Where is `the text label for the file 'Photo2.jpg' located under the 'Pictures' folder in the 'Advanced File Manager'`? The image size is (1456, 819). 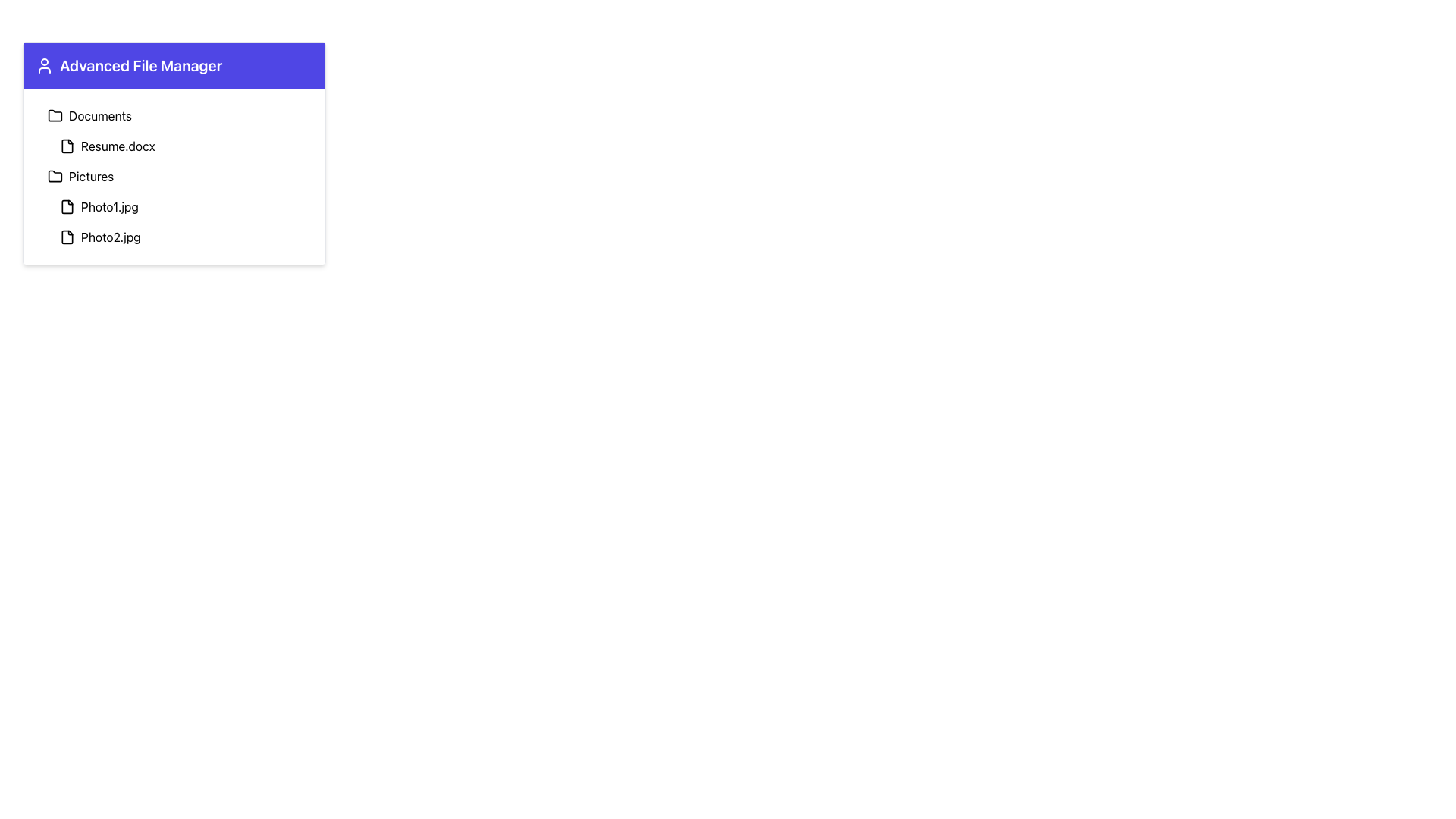 the text label for the file 'Photo2.jpg' located under the 'Pictures' folder in the 'Advanced File Manager' is located at coordinates (110, 237).